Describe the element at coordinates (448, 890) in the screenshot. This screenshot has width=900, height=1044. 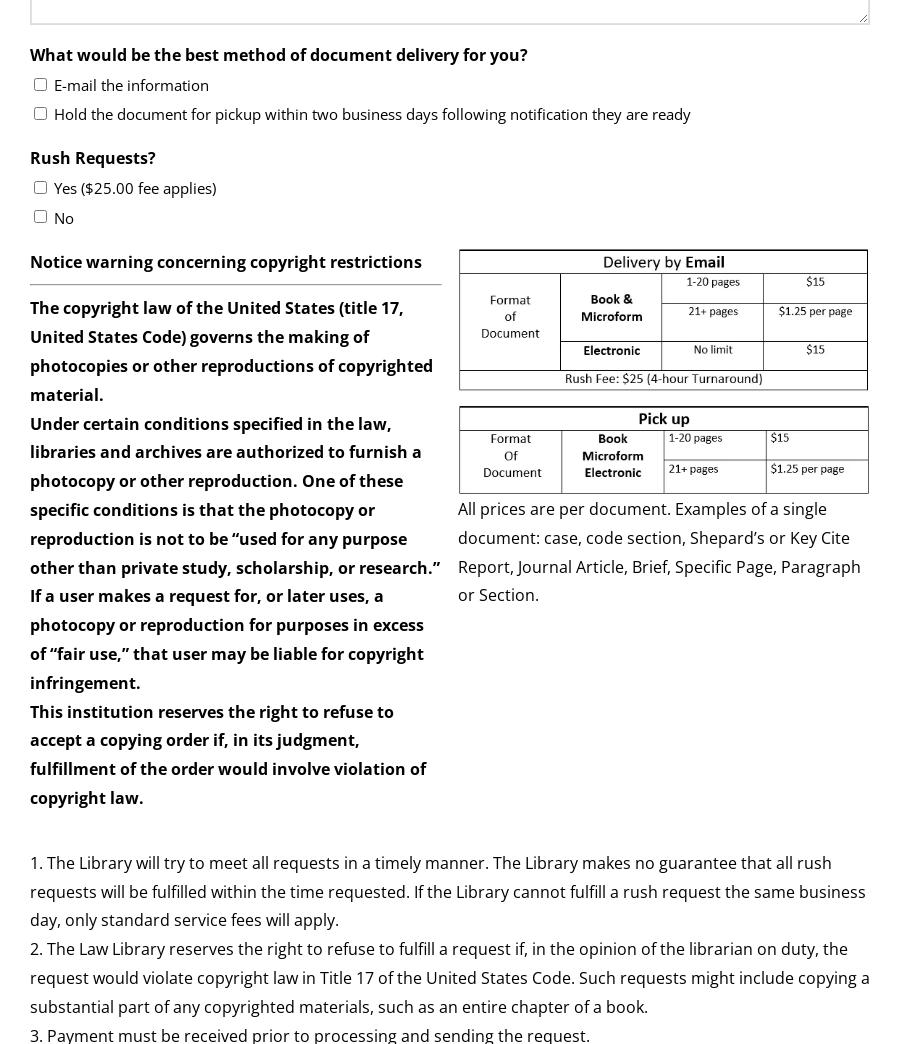
I see `'1. The Library will try to meet all requests in a timely manner. The Library makes no guarantee that all rush requests will be fulfilled within the time
requested. If the Library cannot fulfill a rush request
the same business day, only standard service fees
will apply.'` at that location.